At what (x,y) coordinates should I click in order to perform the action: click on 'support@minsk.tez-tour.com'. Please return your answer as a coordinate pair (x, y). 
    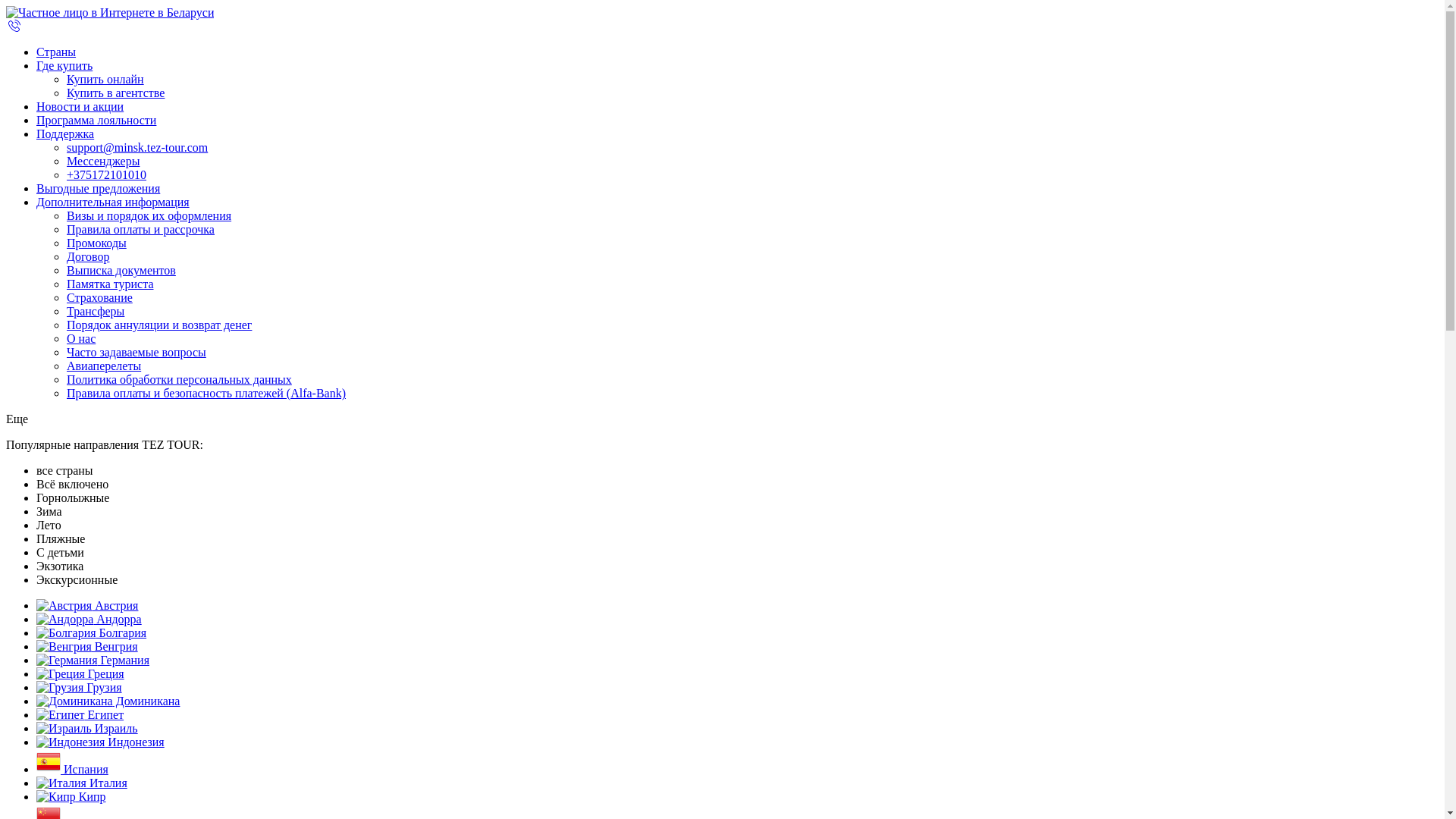
    Looking at the image, I should click on (137, 147).